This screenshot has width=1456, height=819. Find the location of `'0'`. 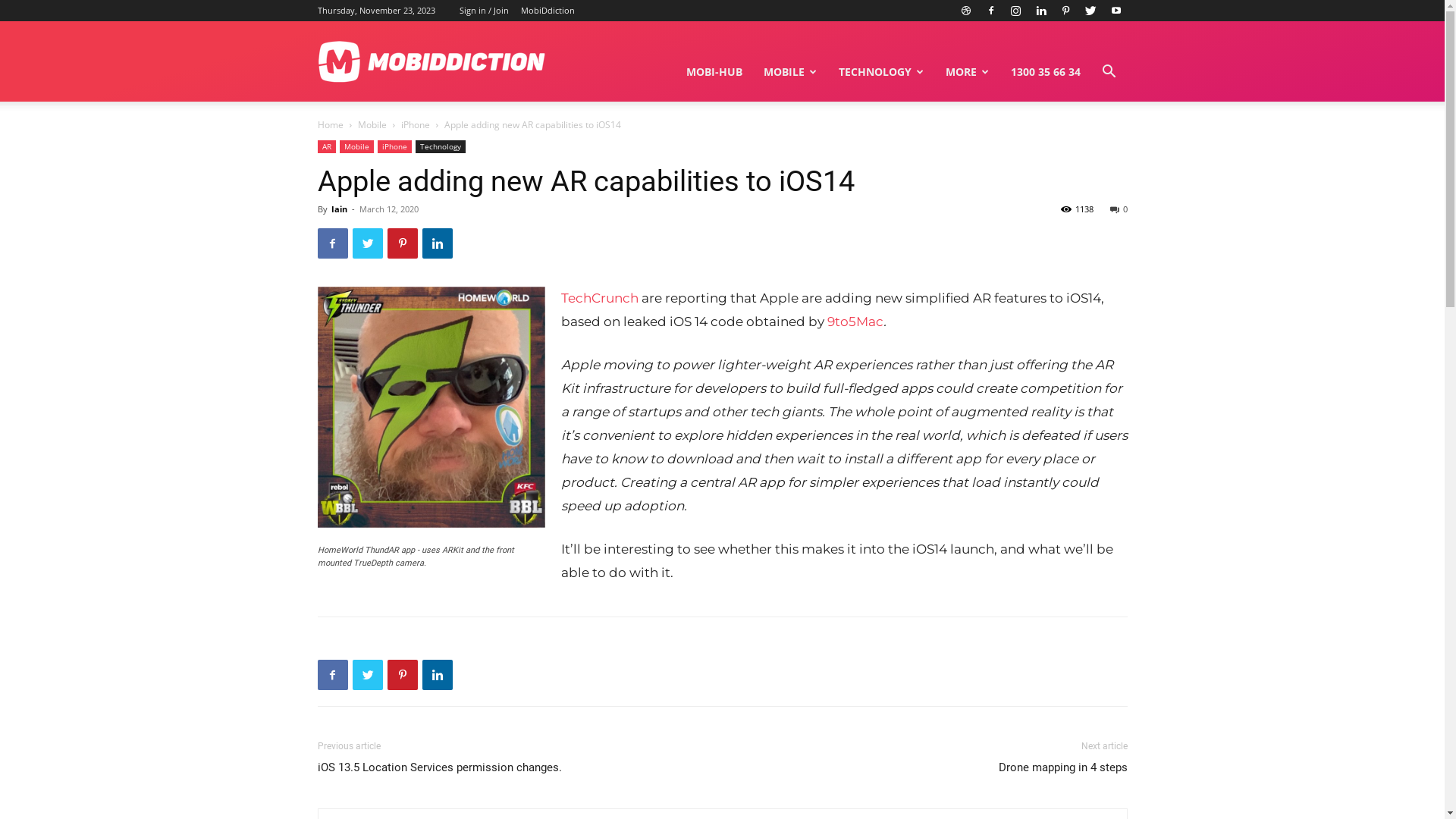

'0' is located at coordinates (1119, 209).